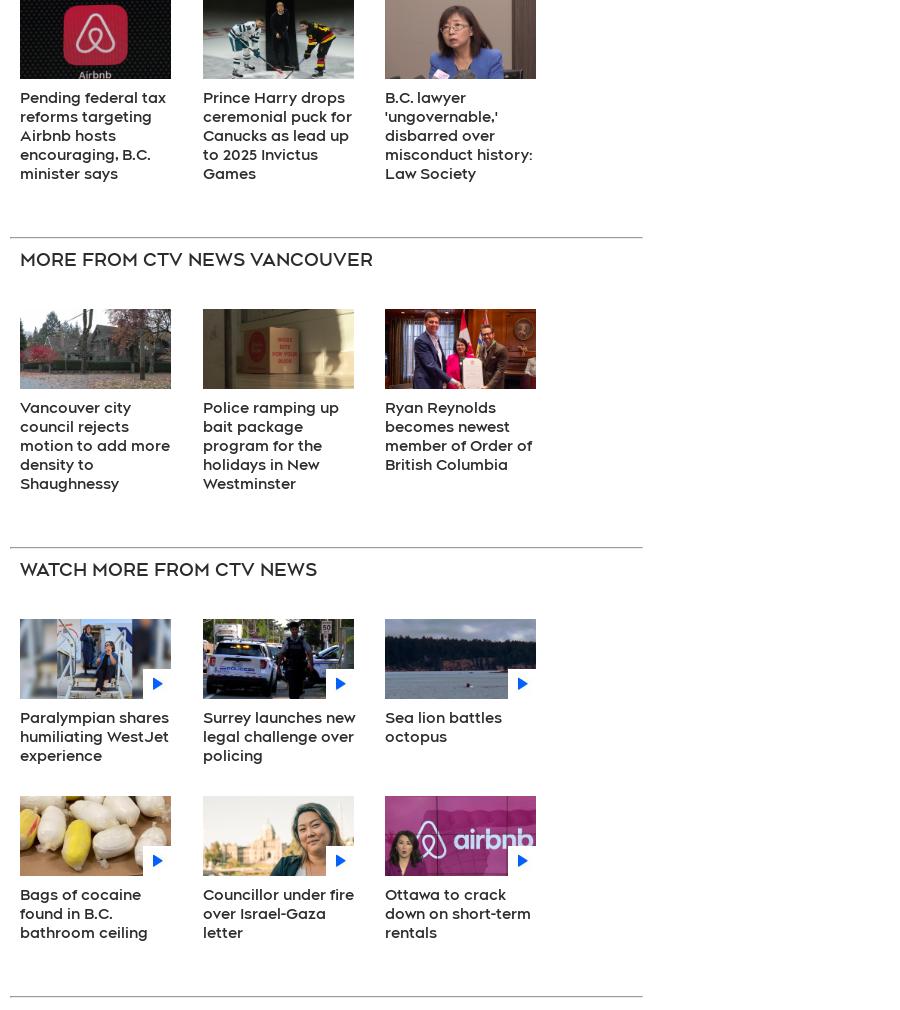 This screenshot has height=1010, width=900. What do you see at coordinates (18, 734) in the screenshot?
I see `'Paralympian shares humiliating WestJet experience'` at bounding box center [18, 734].